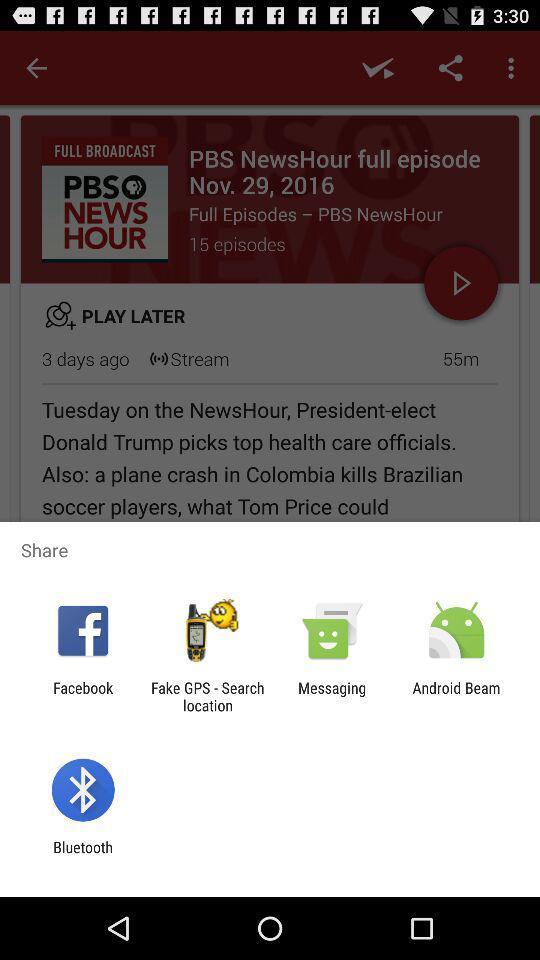  What do you see at coordinates (456, 696) in the screenshot?
I see `the icon to the right of messaging` at bounding box center [456, 696].